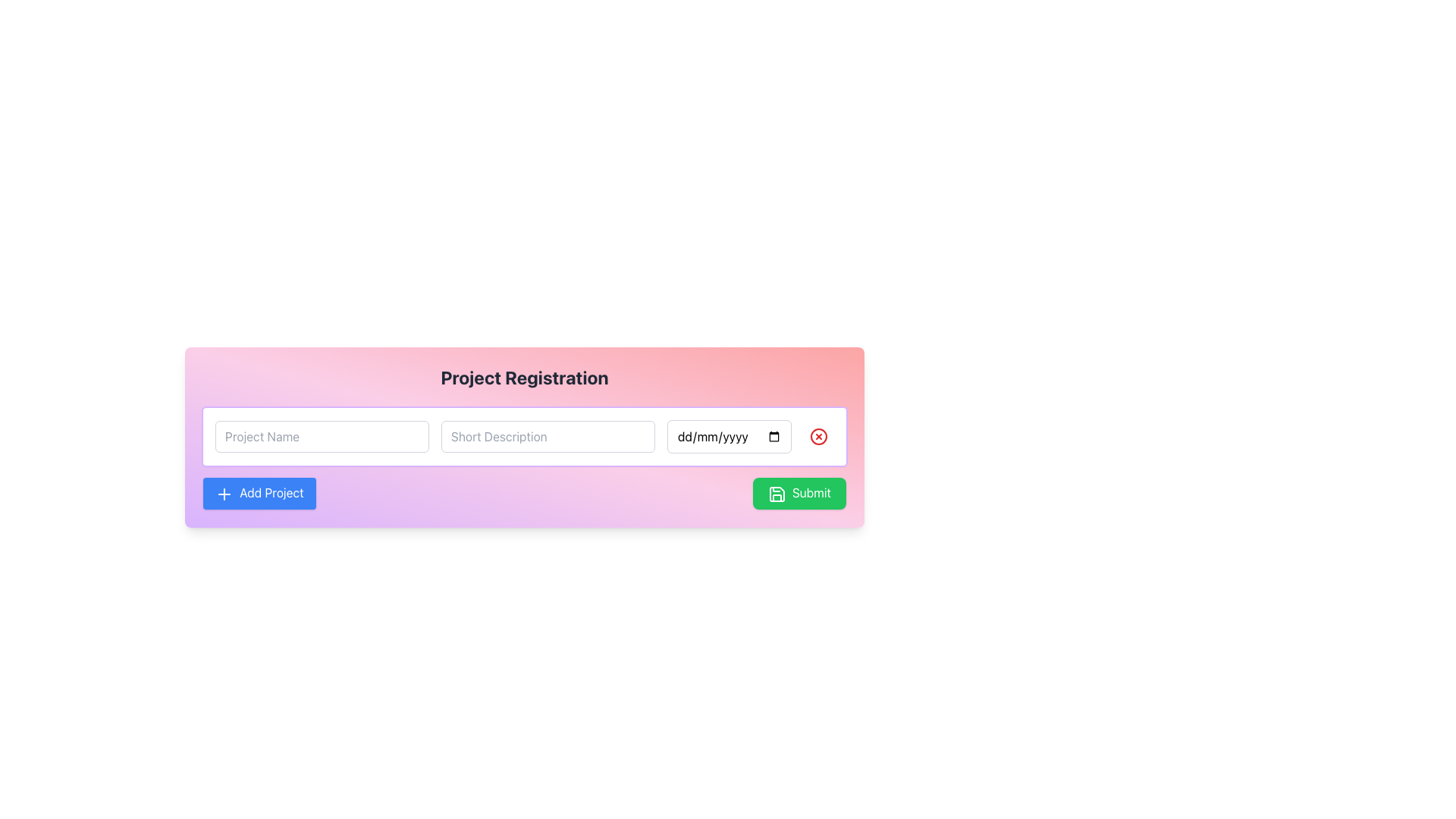  What do you see at coordinates (259, 493) in the screenshot?
I see `the blue 'Add Project' button located at the lower-left corner of the button group to initiate adding a project` at bounding box center [259, 493].